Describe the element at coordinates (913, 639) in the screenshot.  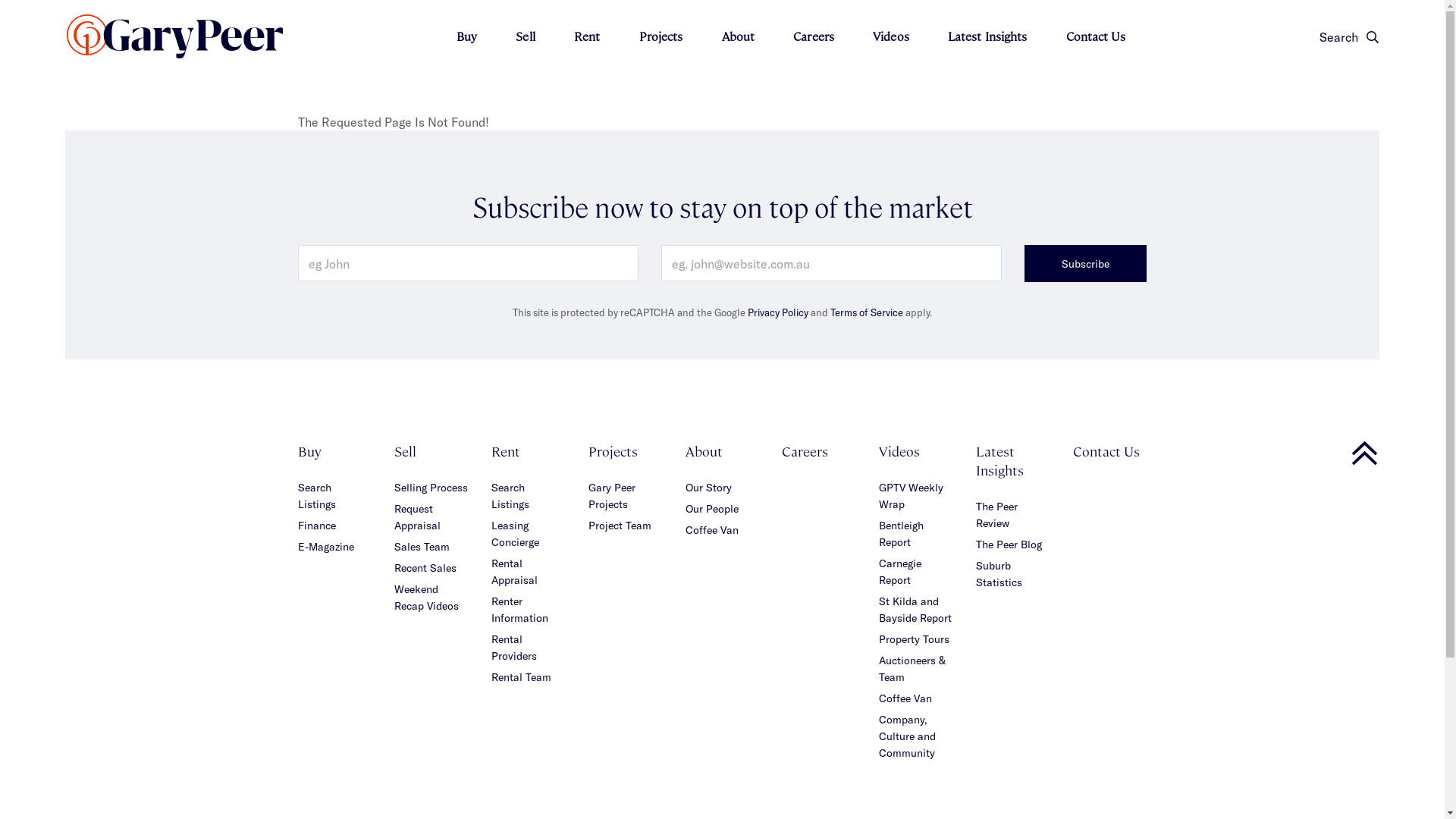
I see `'Property Tours'` at that location.